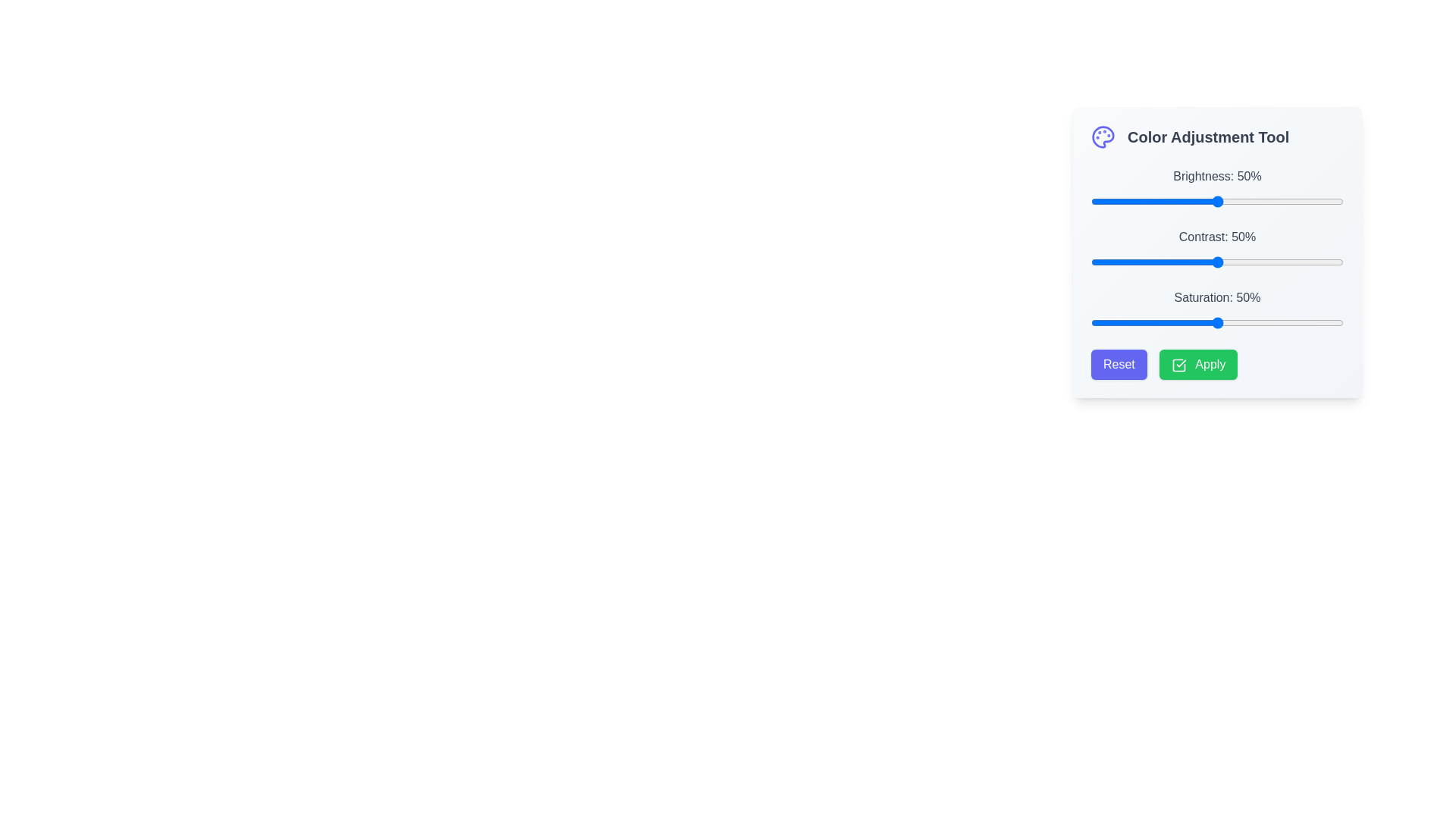 This screenshot has height=819, width=1456. I want to click on the contrast, so click(1330, 262).